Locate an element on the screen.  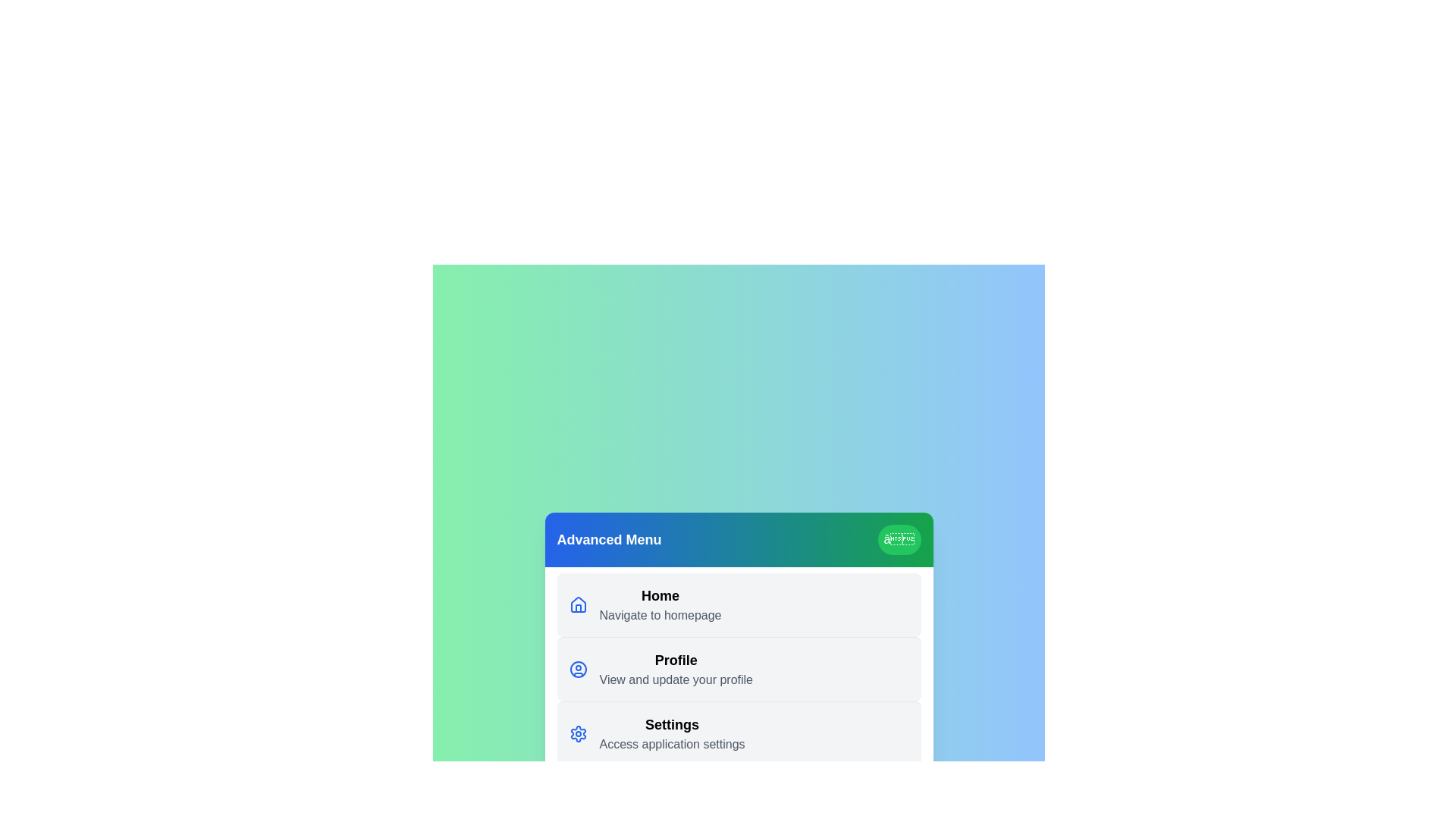
the menu item Profile from the list is located at coordinates (739, 668).